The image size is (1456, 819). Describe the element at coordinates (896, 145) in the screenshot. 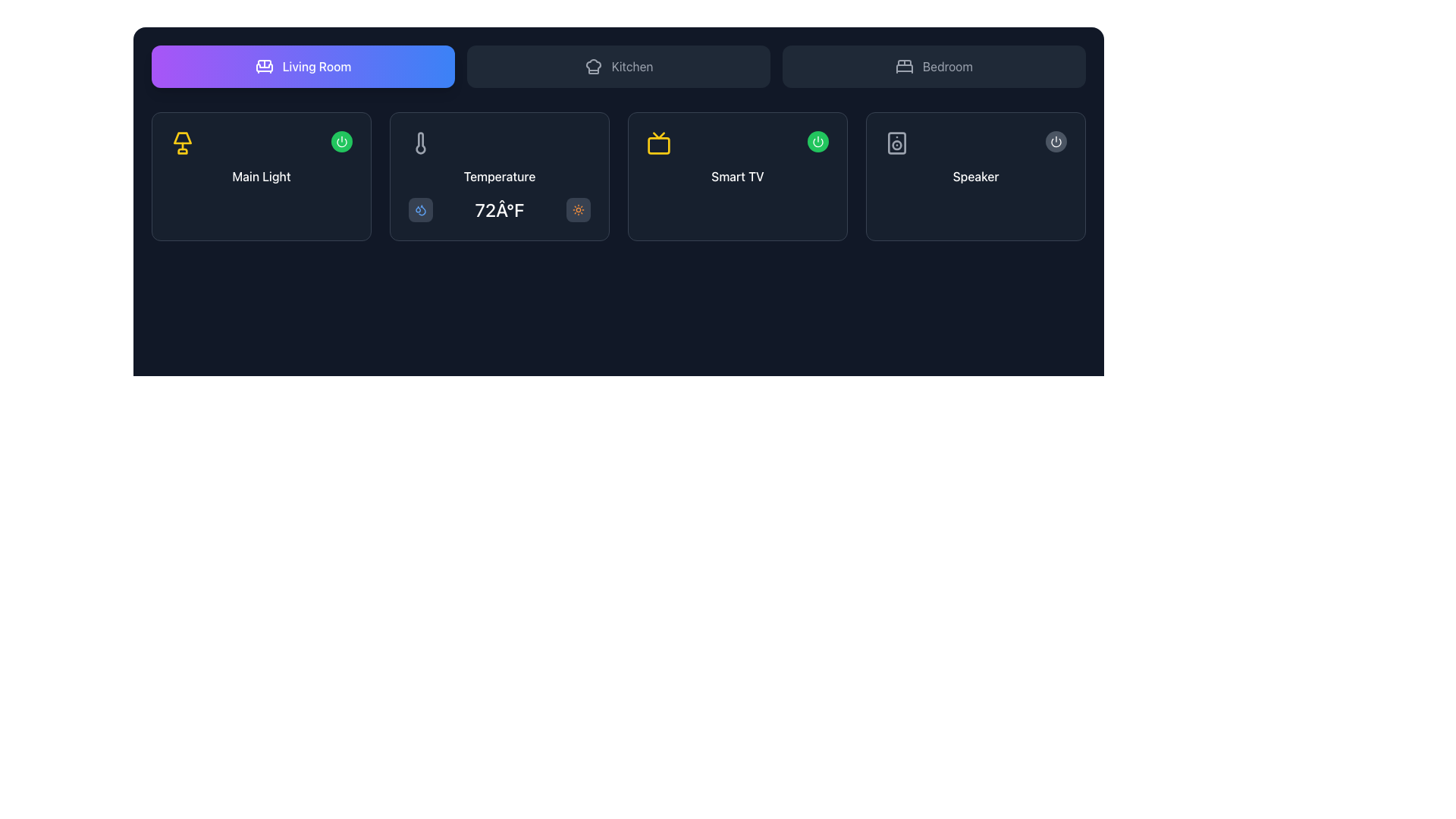

I see `the circular graphical component (SVG circle) that is part of the speaker's icon, located below the main horizontal bar featuring room categories` at that location.